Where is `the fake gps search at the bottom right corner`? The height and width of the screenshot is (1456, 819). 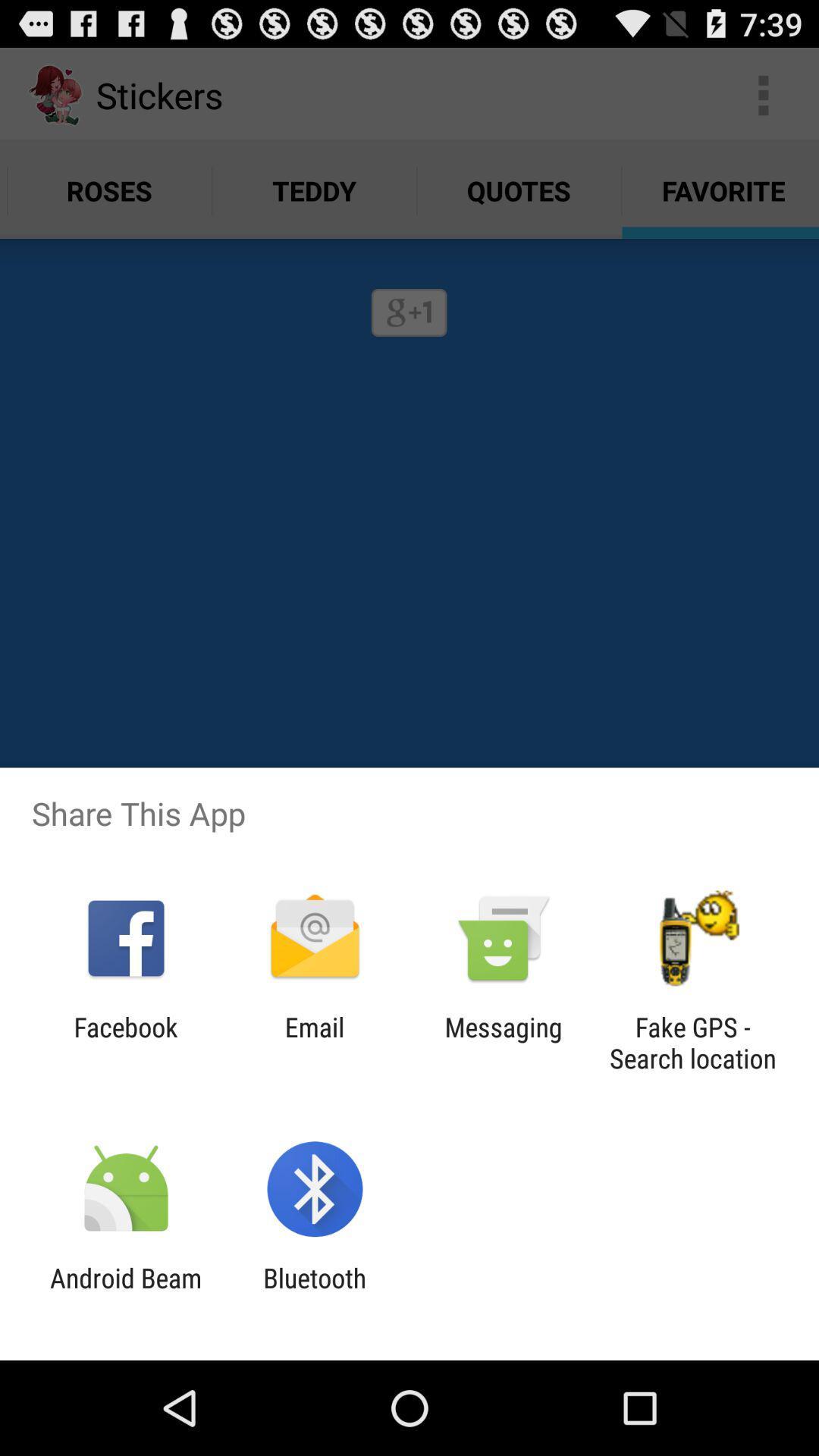 the fake gps search at the bottom right corner is located at coordinates (692, 1042).